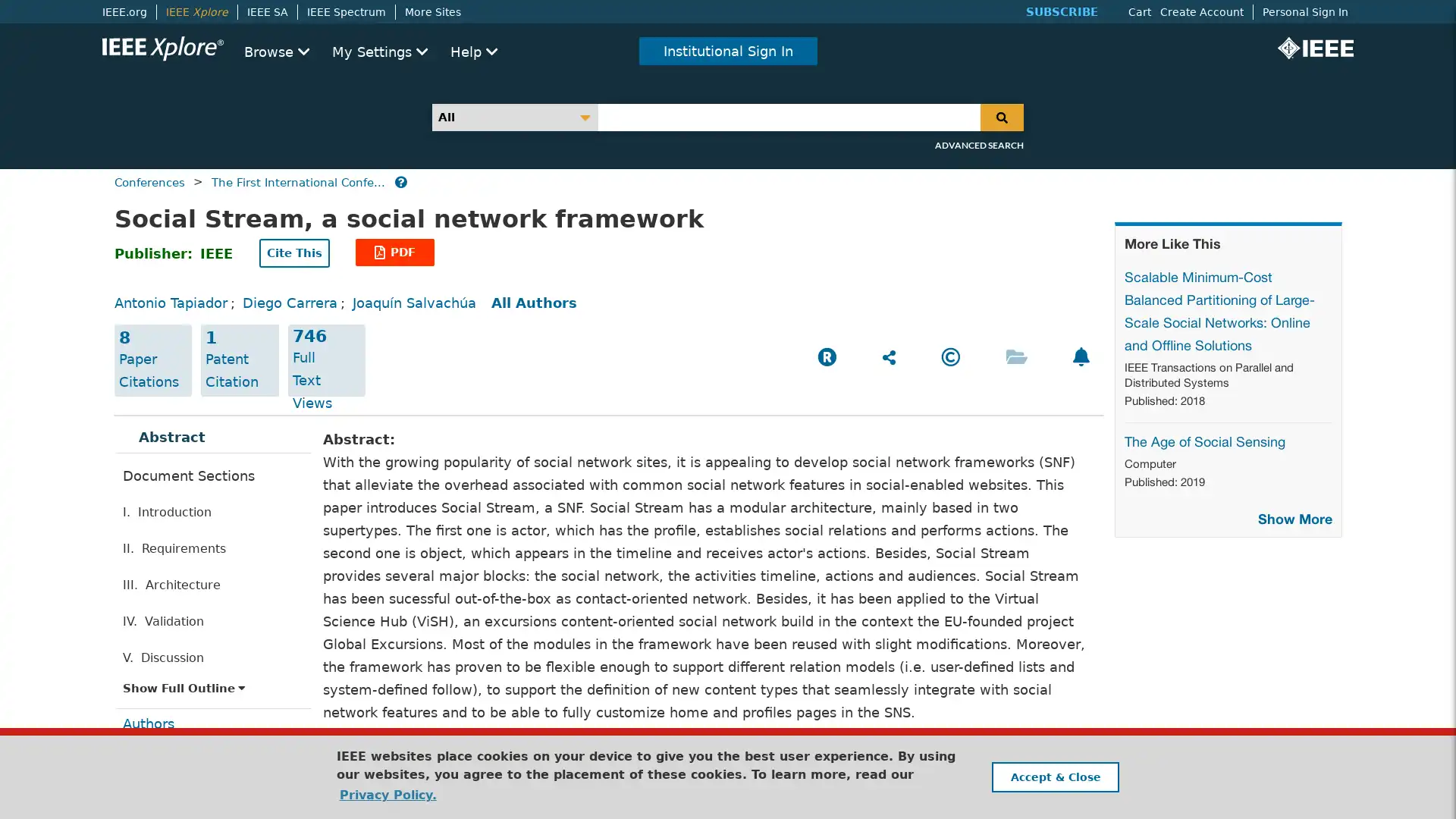 The height and width of the screenshot is (819, 1456). Describe the element at coordinates (325, 360) in the screenshot. I see `746 Full Text Views` at that location.